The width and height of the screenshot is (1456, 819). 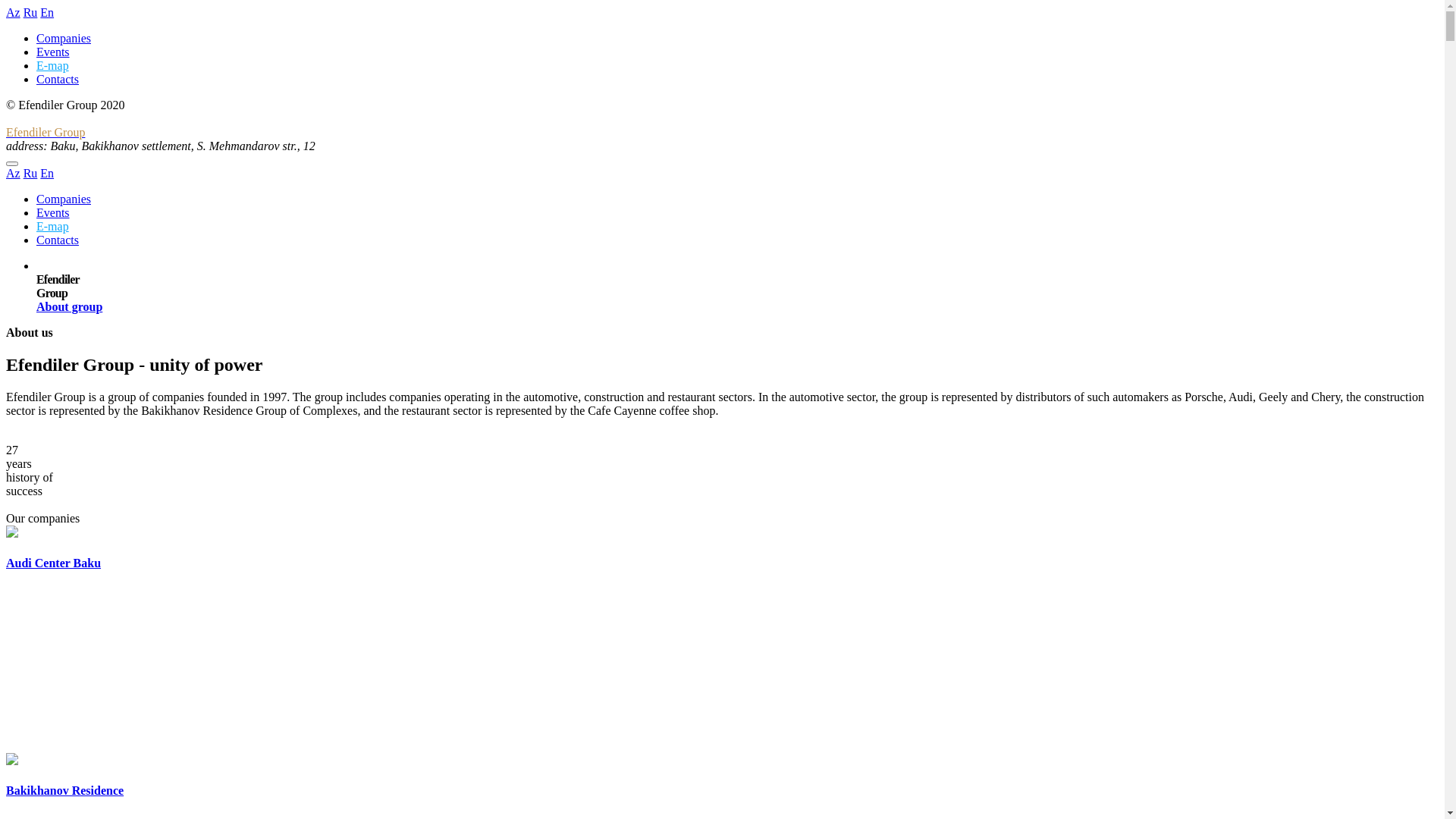 What do you see at coordinates (68, 306) in the screenshot?
I see `'About group'` at bounding box center [68, 306].